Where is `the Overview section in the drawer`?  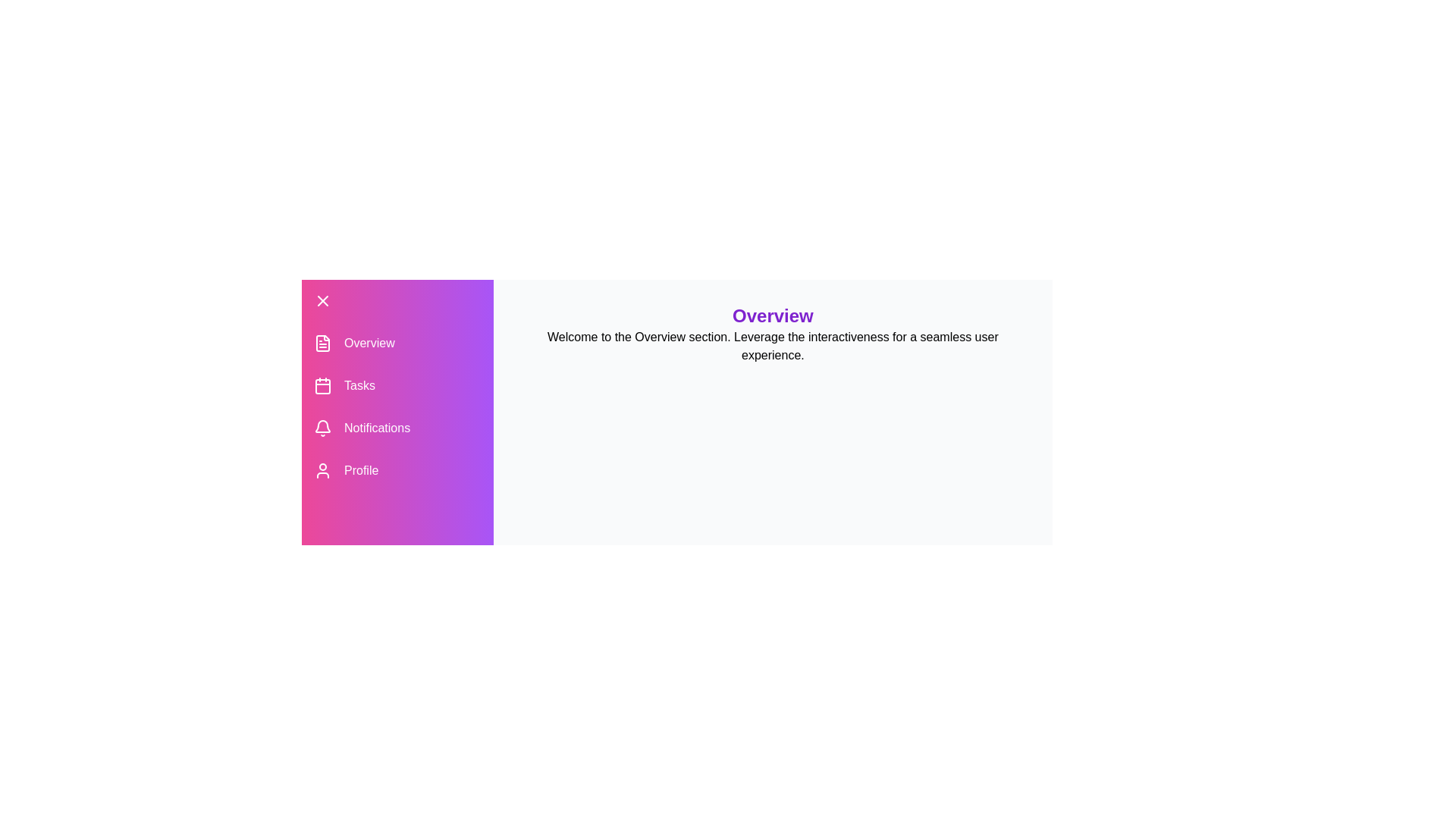 the Overview section in the drawer is located at coordinates (397, 343).